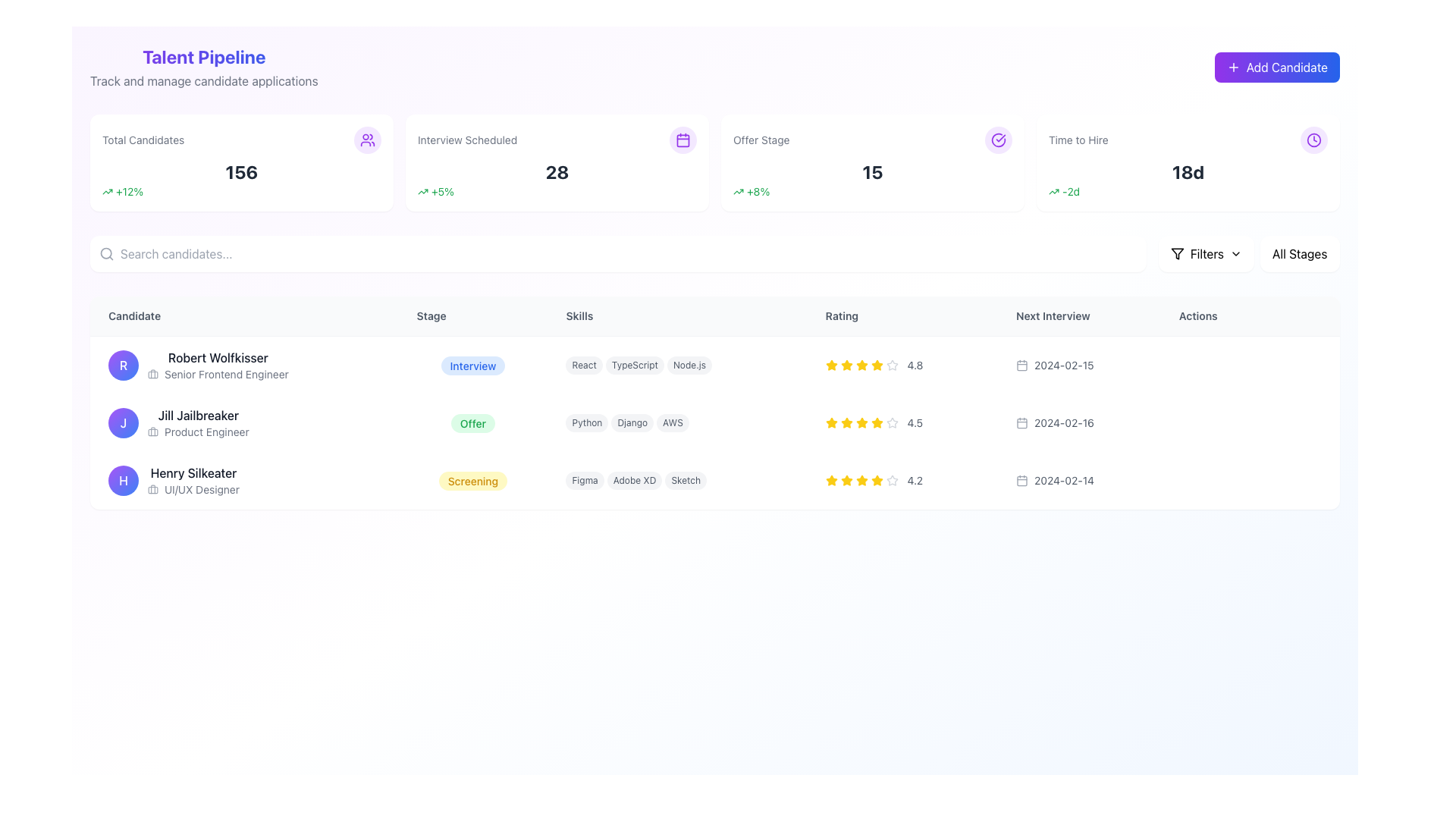 The width and height of the screenshot is (1456, 819). I want to click on the '+' icon within the 'Add Candidate' button, which has a gradient blue background and is located in the top-right corner of the interface, to initiate adding a candidate, so click(1233, 66).